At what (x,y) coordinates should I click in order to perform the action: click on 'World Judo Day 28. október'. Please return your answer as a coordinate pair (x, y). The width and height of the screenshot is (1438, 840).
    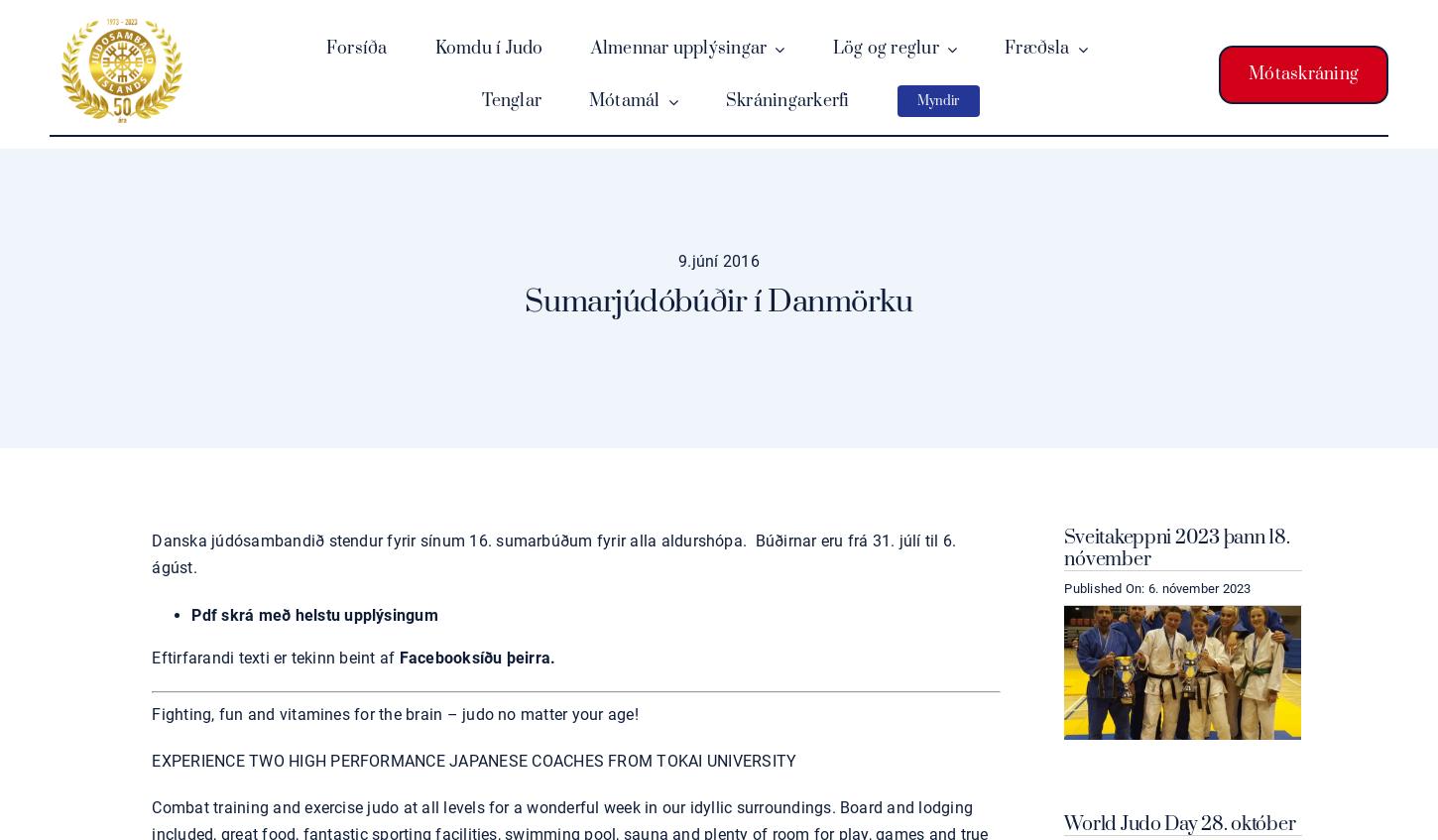
    Looking at the image, I should click on (1064, 823).